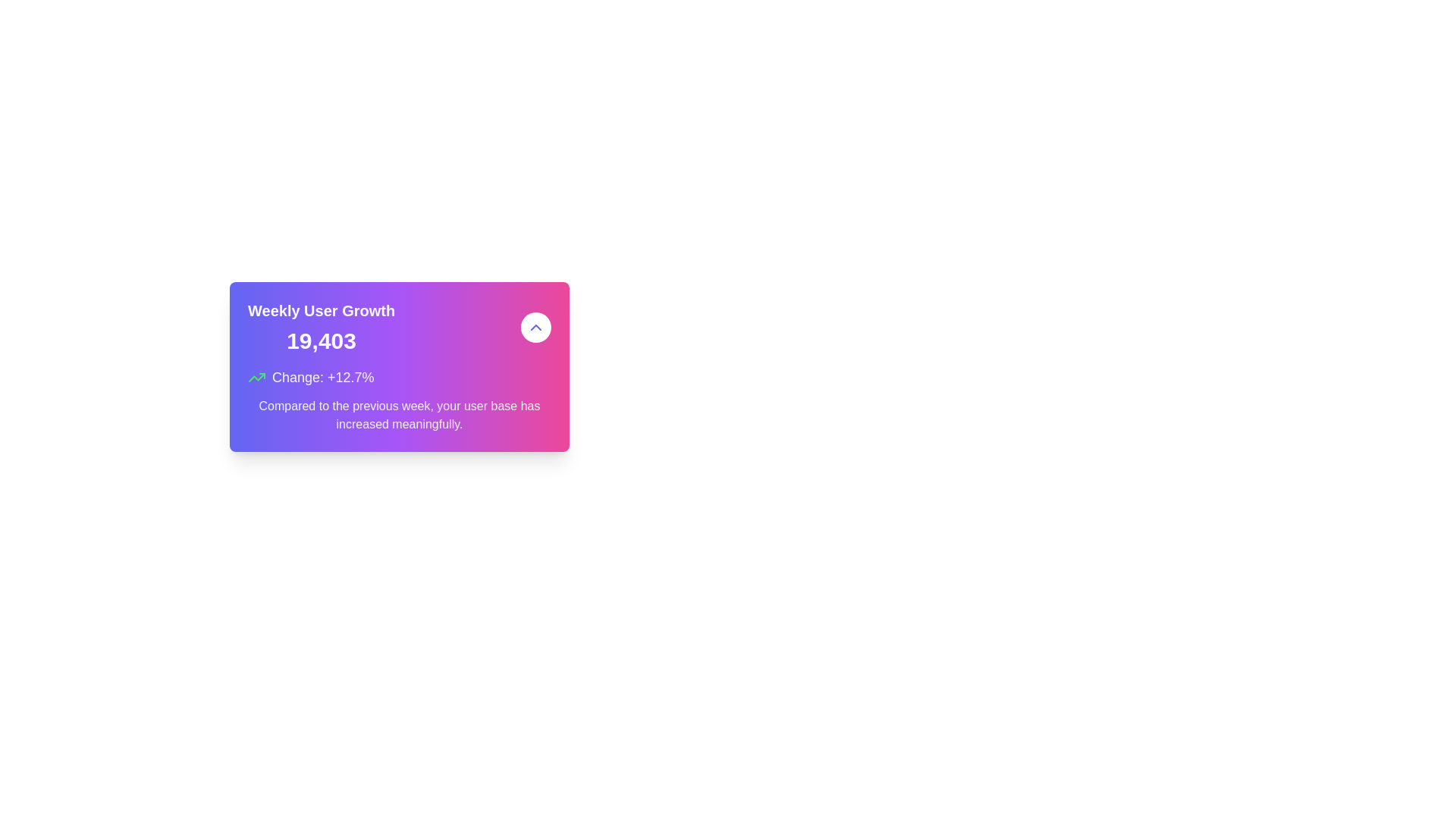 Image resolution: width=1456 pixels, height=819 pixels. What do you see at coordinates (535, 327) in the screenshot?
I see `the chevron icon located at the center of the circular button in the top-right section of the interface` at bounding box center [535, 327].